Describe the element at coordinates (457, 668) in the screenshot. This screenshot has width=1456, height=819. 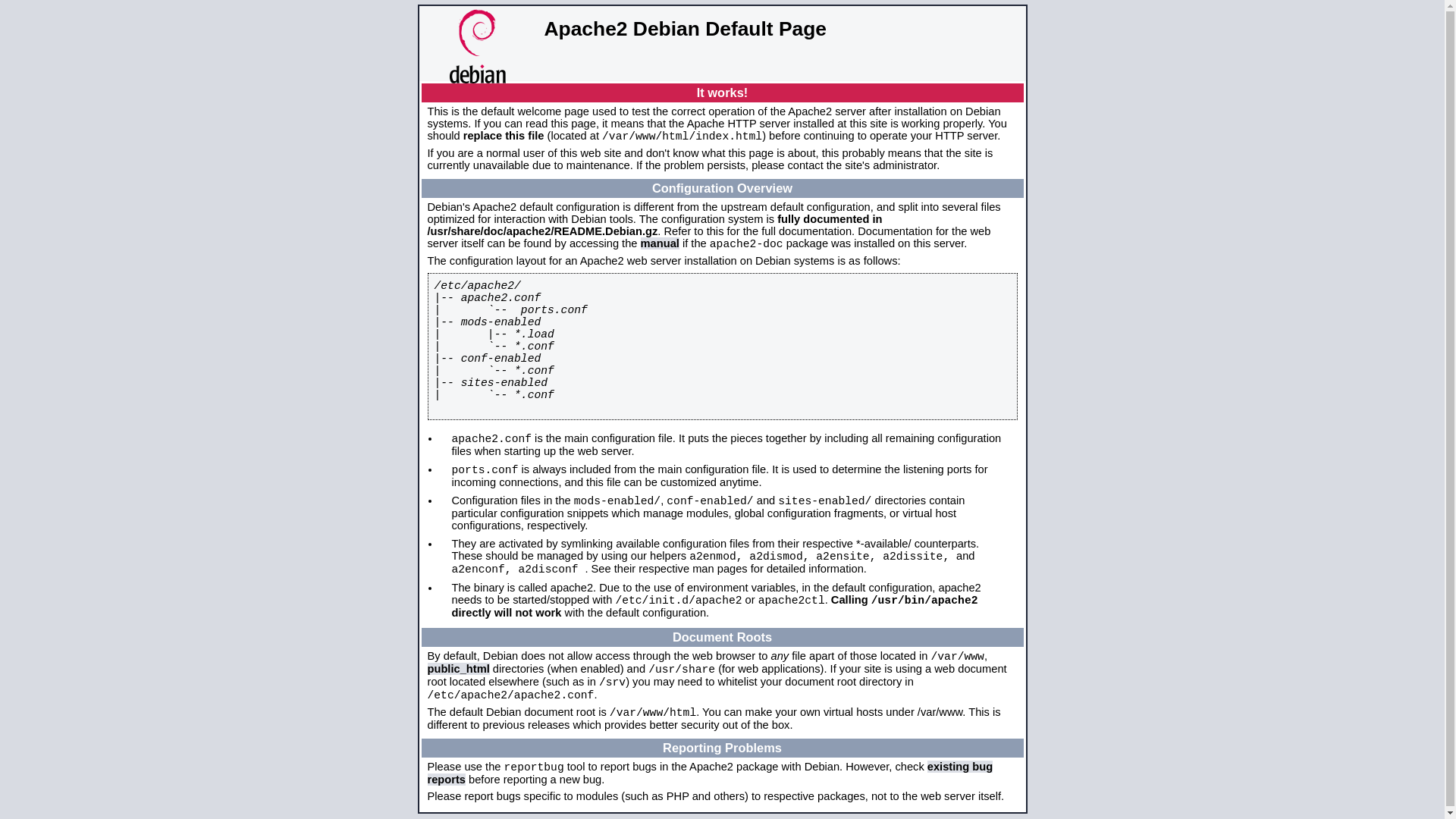
I see `'public_html'` at that location.